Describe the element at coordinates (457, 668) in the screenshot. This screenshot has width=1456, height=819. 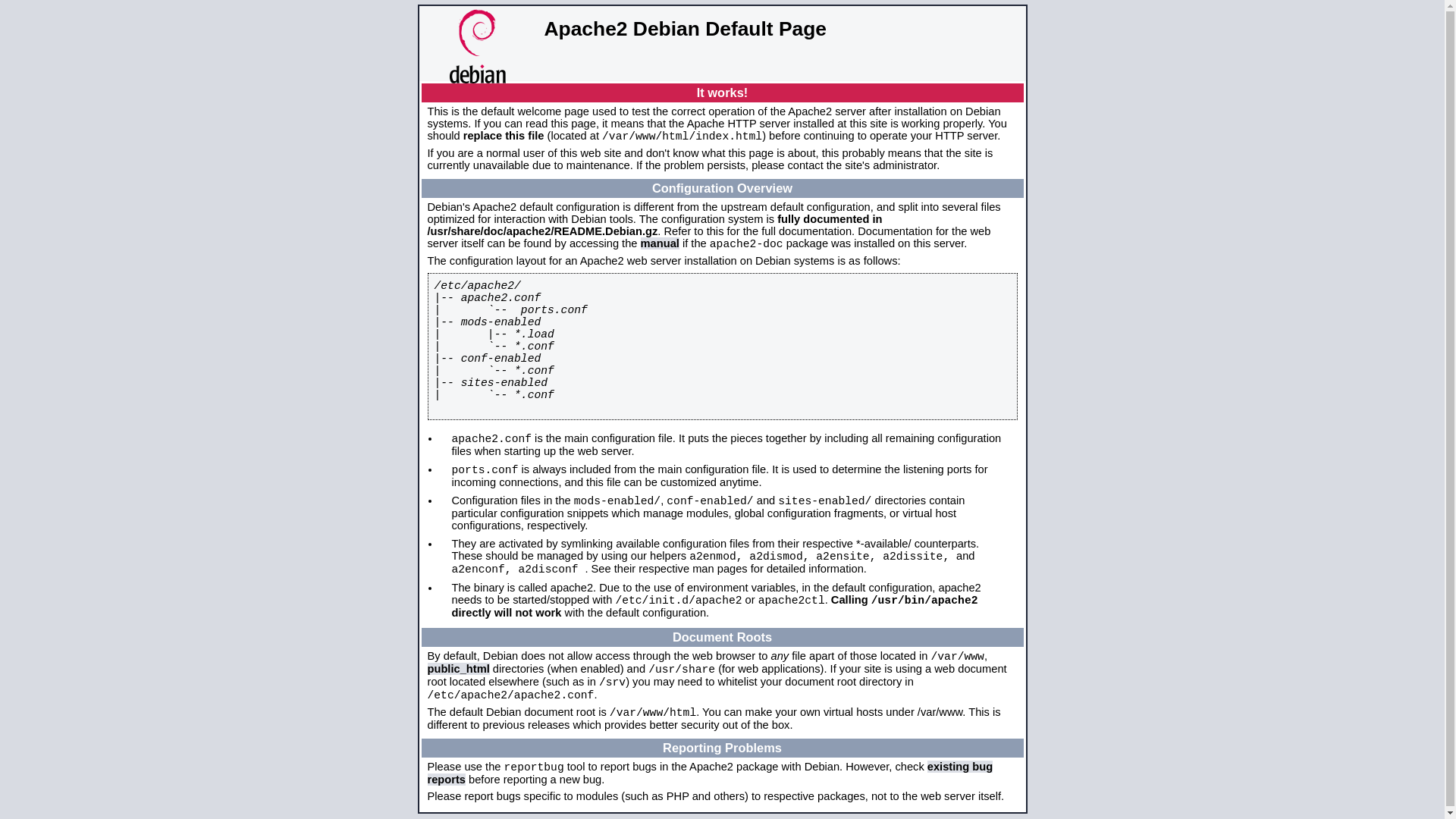
I see `'public_html'` at that location.